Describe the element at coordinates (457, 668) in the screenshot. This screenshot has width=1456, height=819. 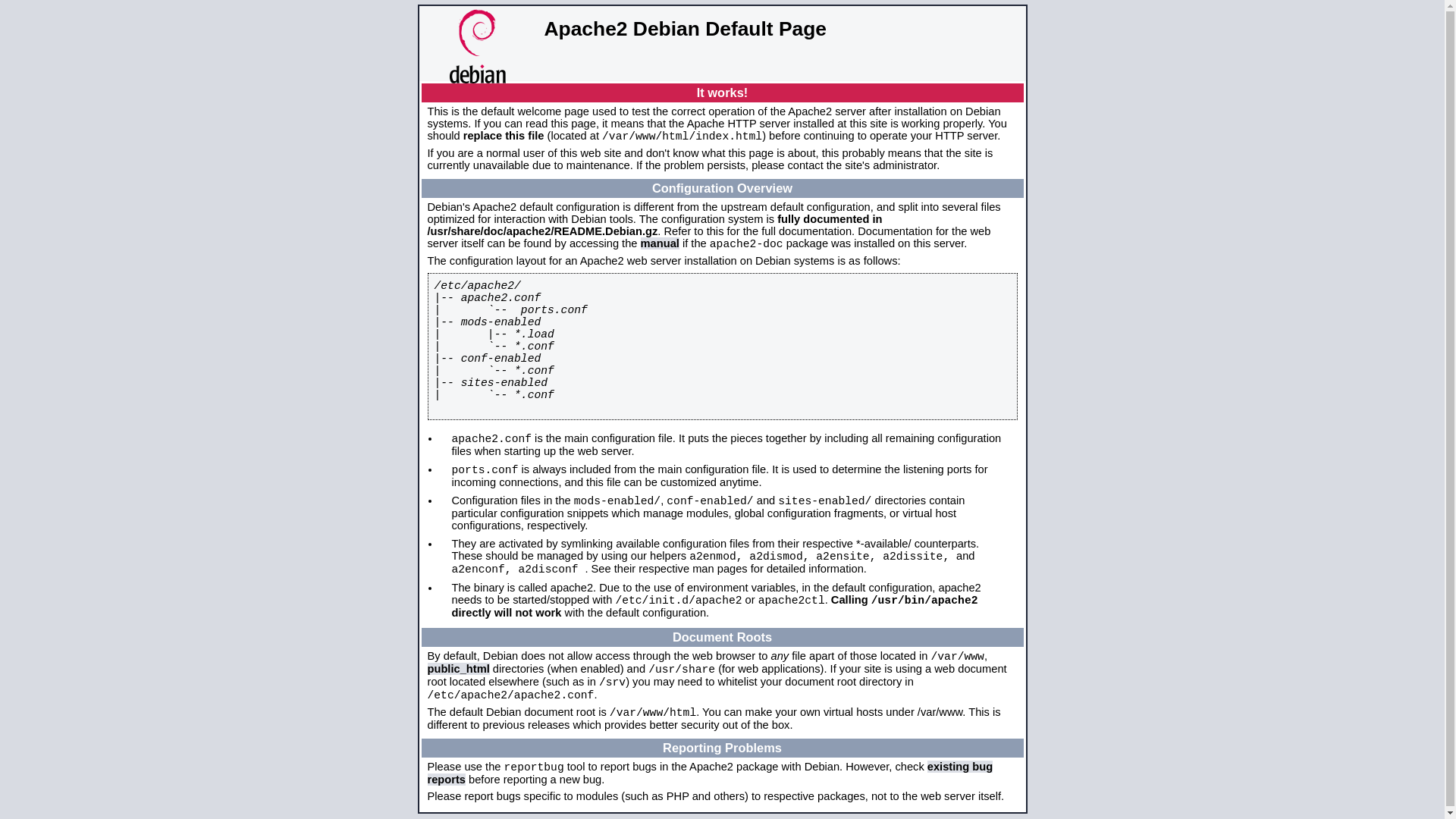
I see `'public_html'` at that location.